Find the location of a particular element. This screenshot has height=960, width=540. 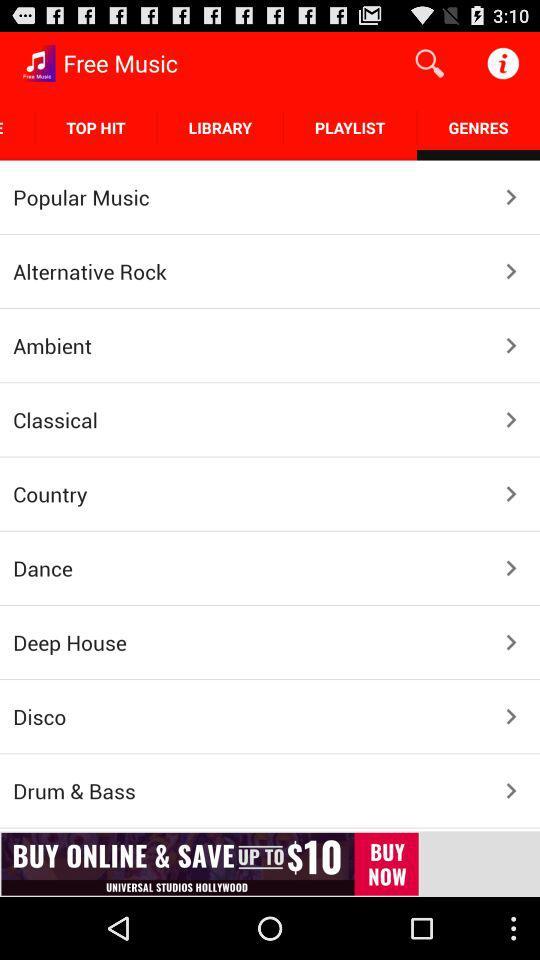

advertisement page is located at coordinates (270, 863).